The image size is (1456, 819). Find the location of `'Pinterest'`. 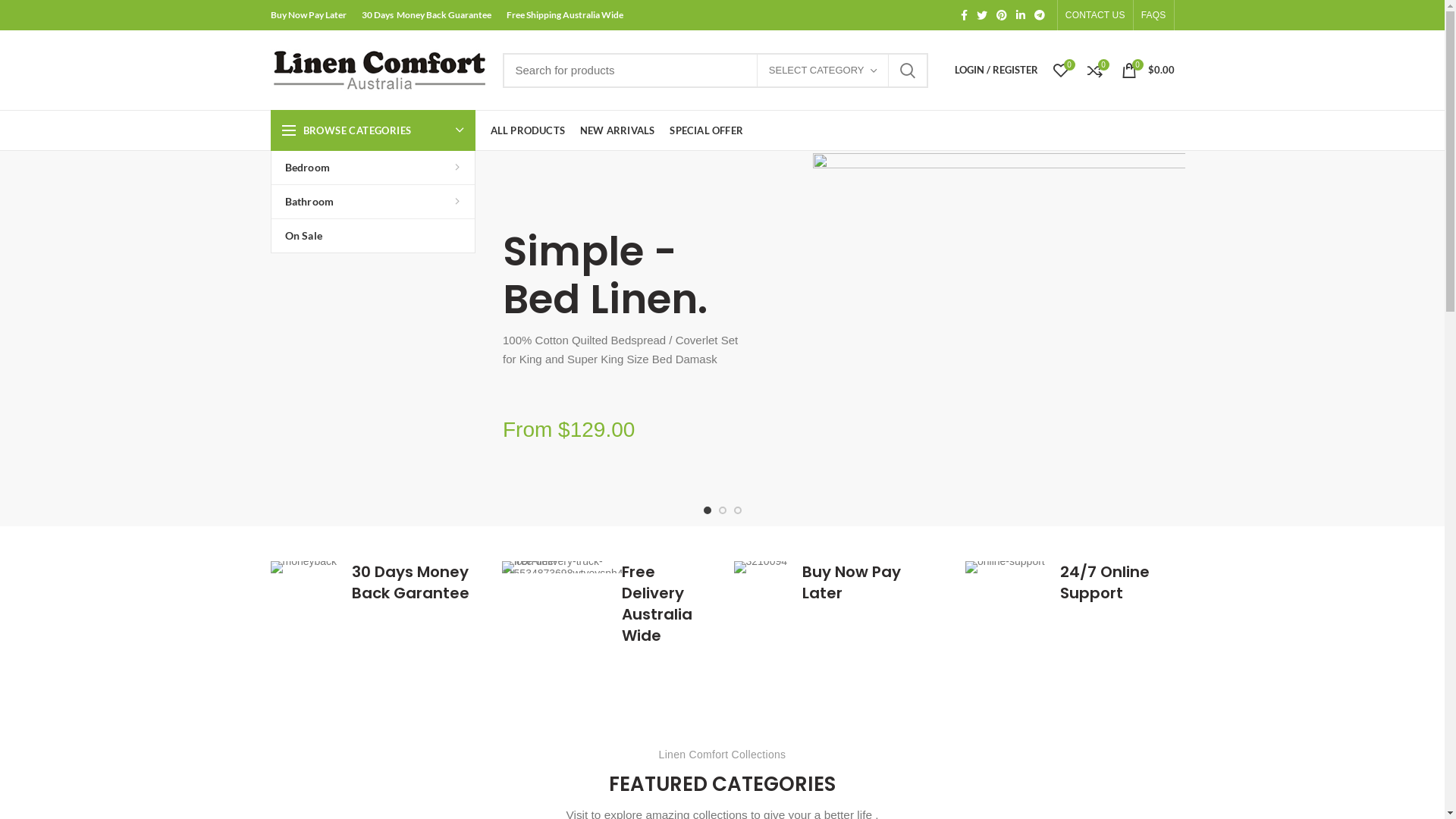

'Pinterest' is located at coordinates (1001, 14).